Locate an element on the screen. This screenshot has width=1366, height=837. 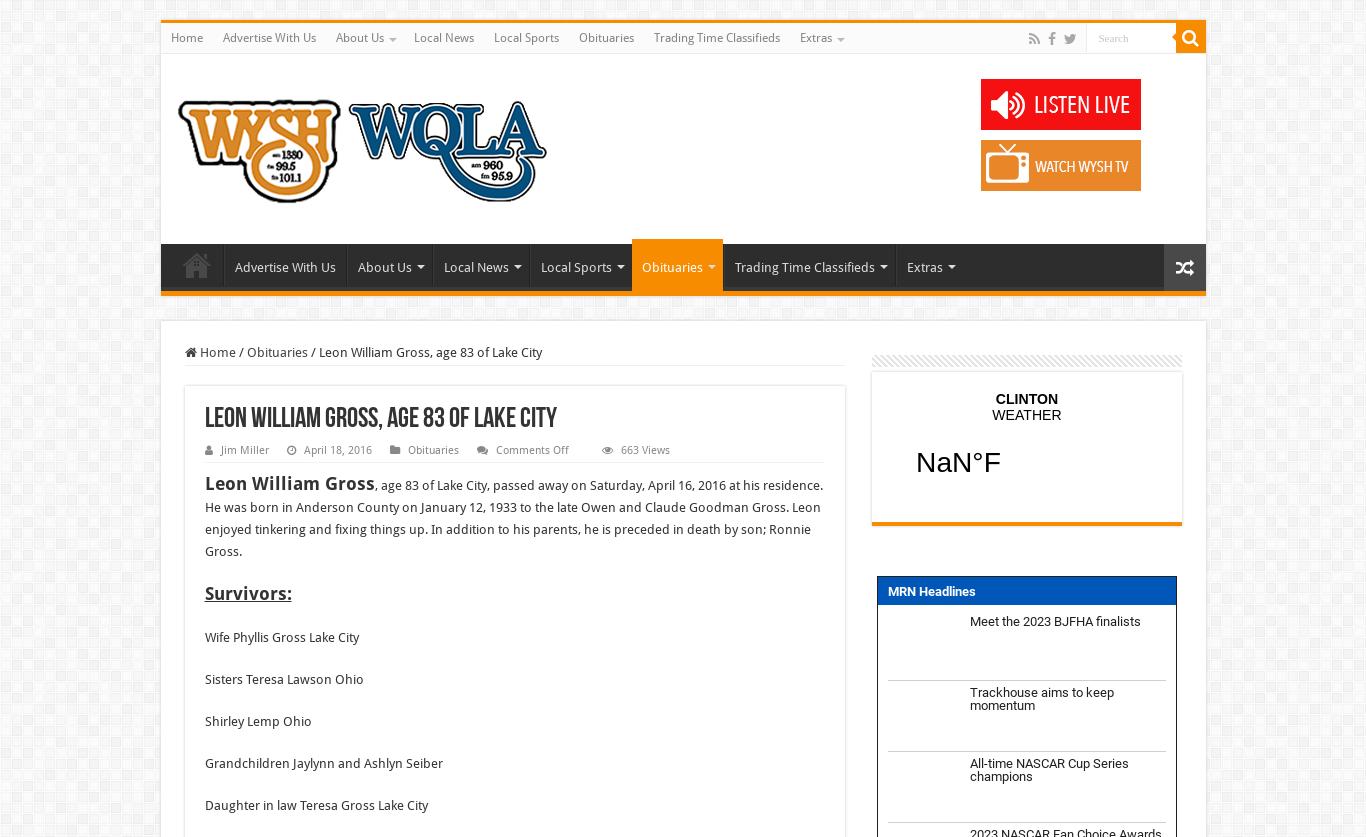
'Home' is located at coordinates (214, 352).